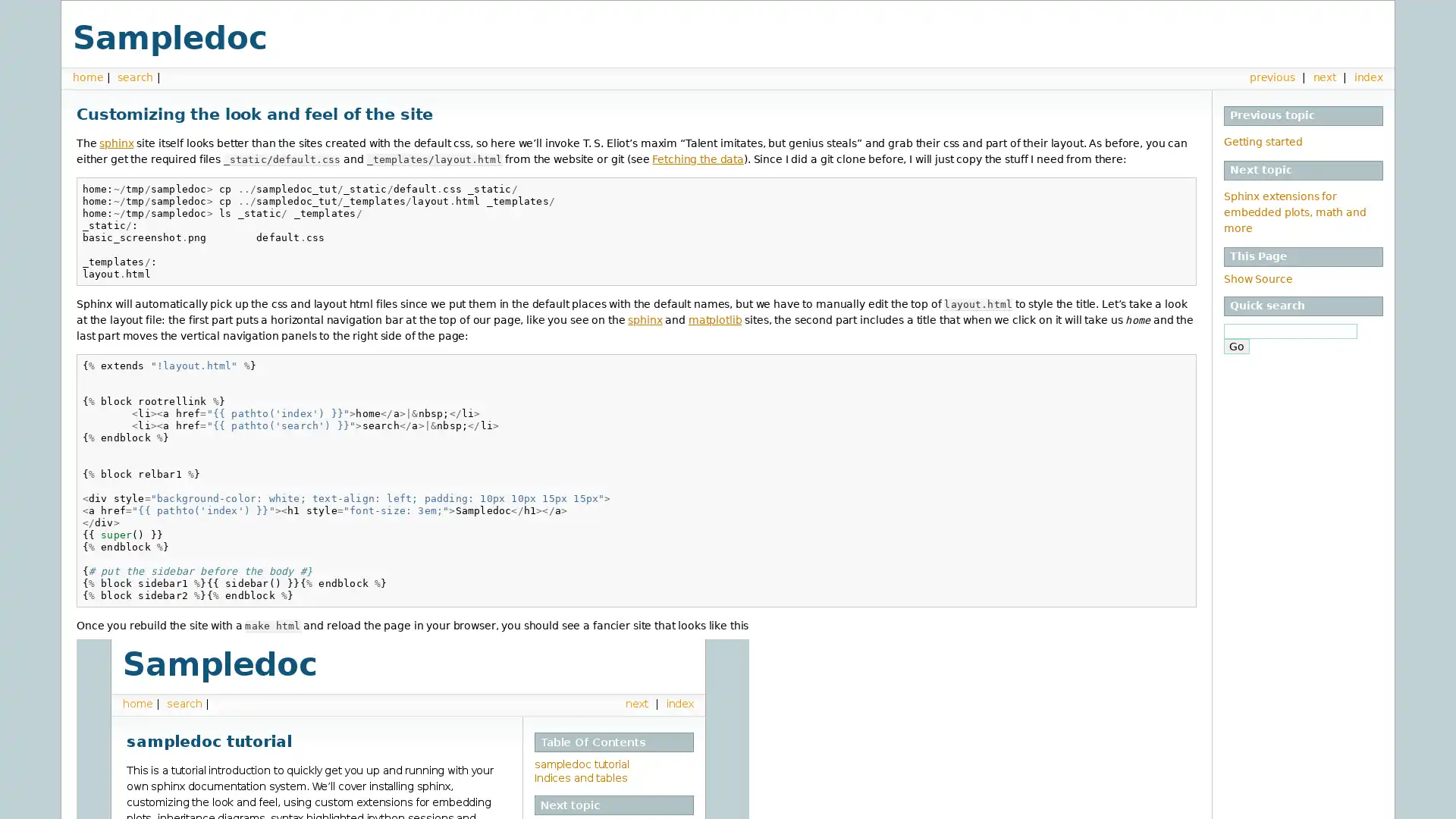 The image size is (1456, 819). Describe the element at coordinates (1237, 345) in the screenshot. I see `Go` at that location.